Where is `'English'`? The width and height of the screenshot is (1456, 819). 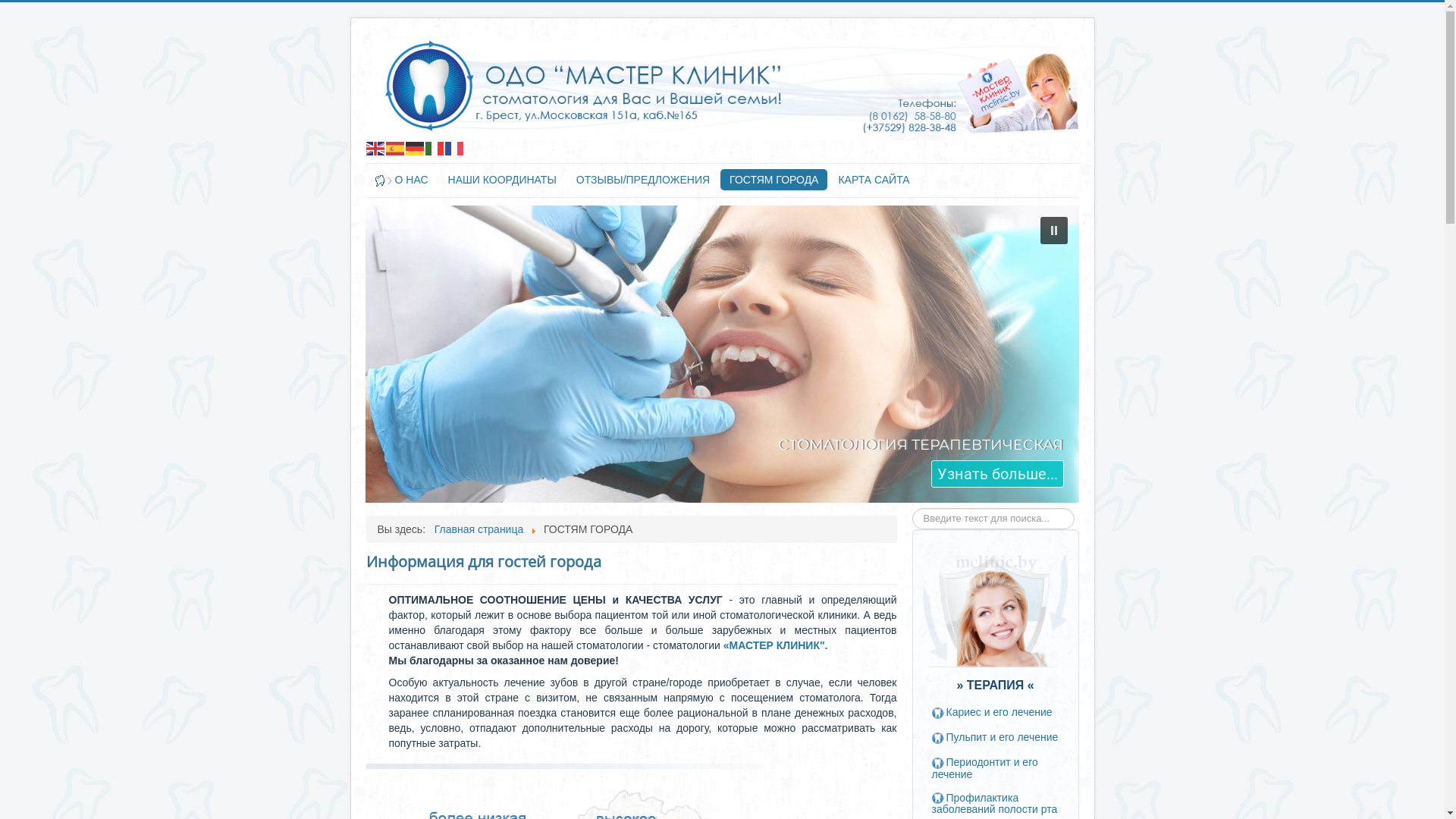 'English' is located at coordinates (375, 148).